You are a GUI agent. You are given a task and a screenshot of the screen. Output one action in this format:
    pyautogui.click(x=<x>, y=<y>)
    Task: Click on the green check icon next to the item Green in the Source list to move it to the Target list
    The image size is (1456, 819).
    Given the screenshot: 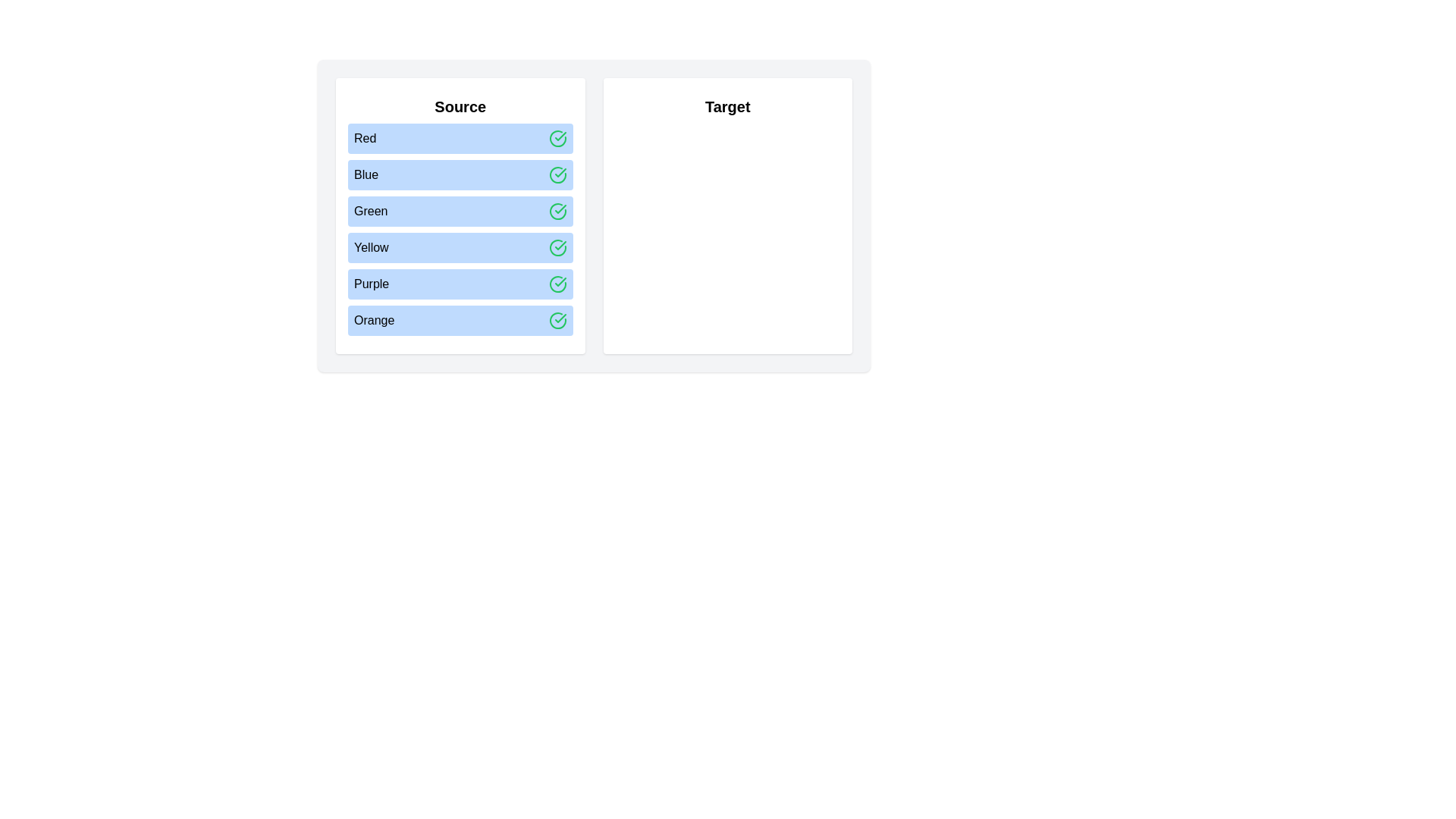 What is the action you would take?
    pyautogui.click(x=557, y=211)
    